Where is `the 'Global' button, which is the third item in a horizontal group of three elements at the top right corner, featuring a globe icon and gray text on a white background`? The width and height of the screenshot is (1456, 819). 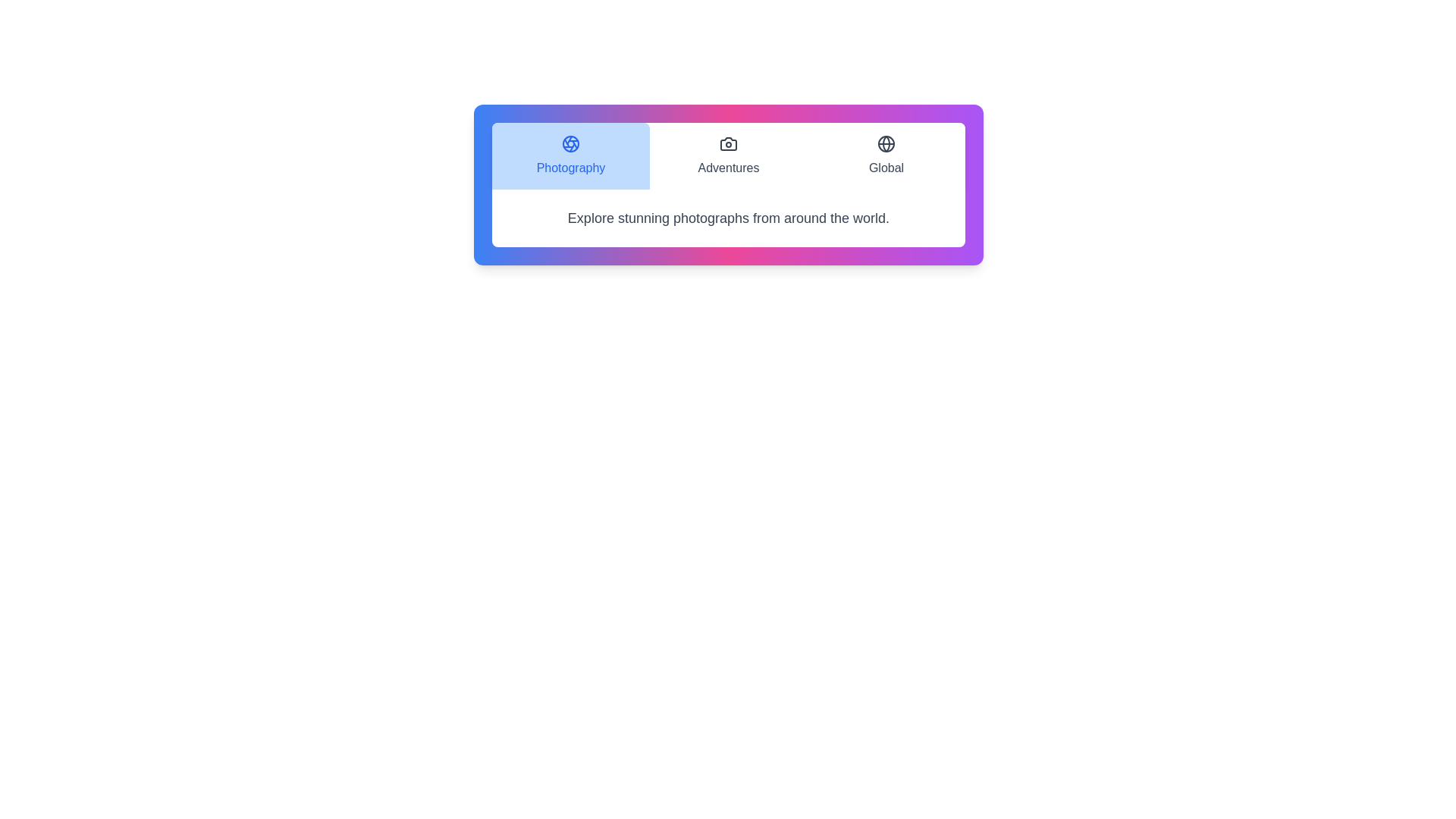 the 'Global' button, which is the third item in a horizontal group of three elements at the top right corner, featuring a globe icon and gray text on a white background is located at coordinates (886, 155).